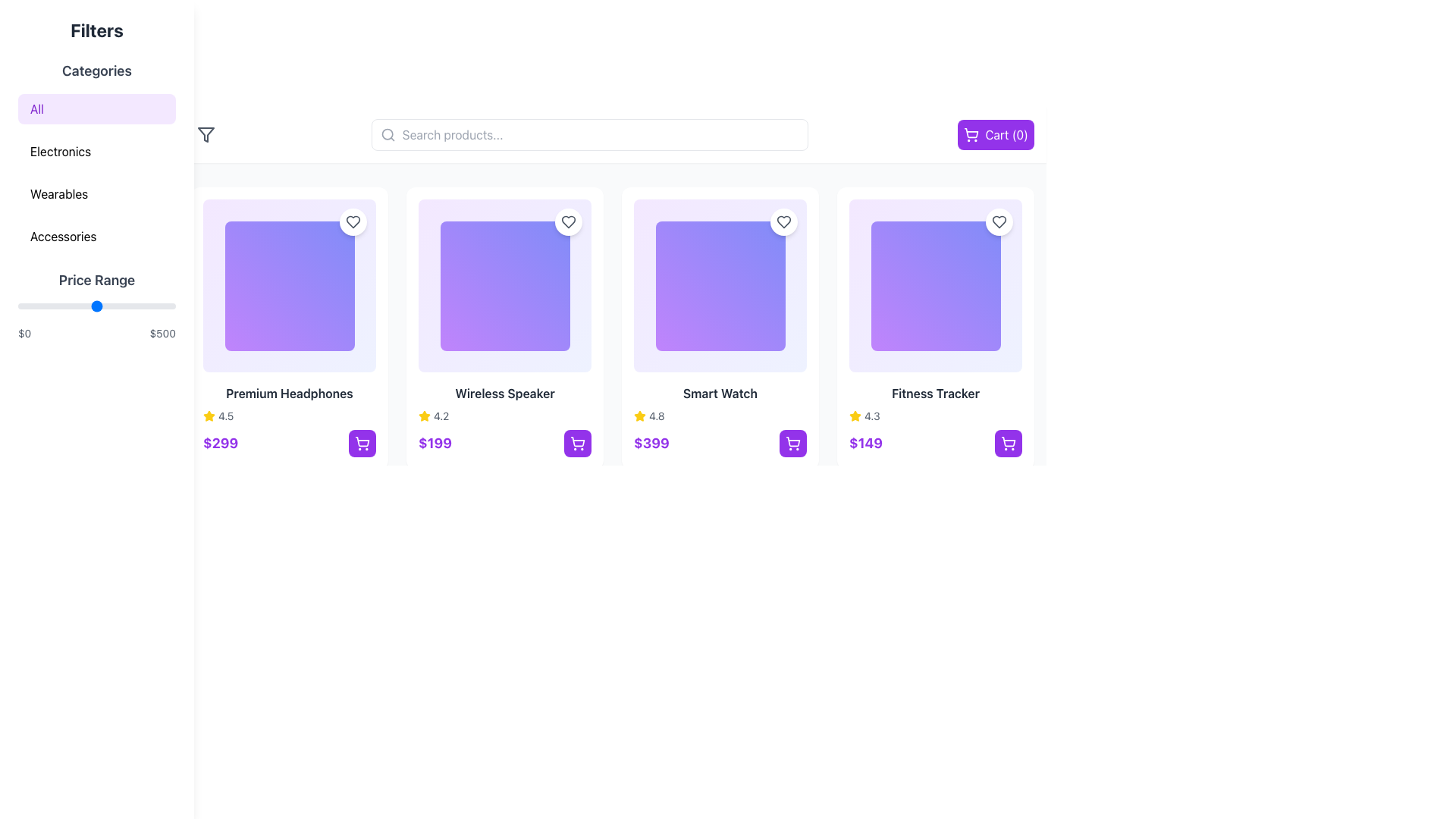  Describe the element at coordinates (996, 133) in the screenshot. I see `the prominent purple button with a white shopping cart icon and text 'Cart (0)' located at the far right of the navigation bar` at that location.